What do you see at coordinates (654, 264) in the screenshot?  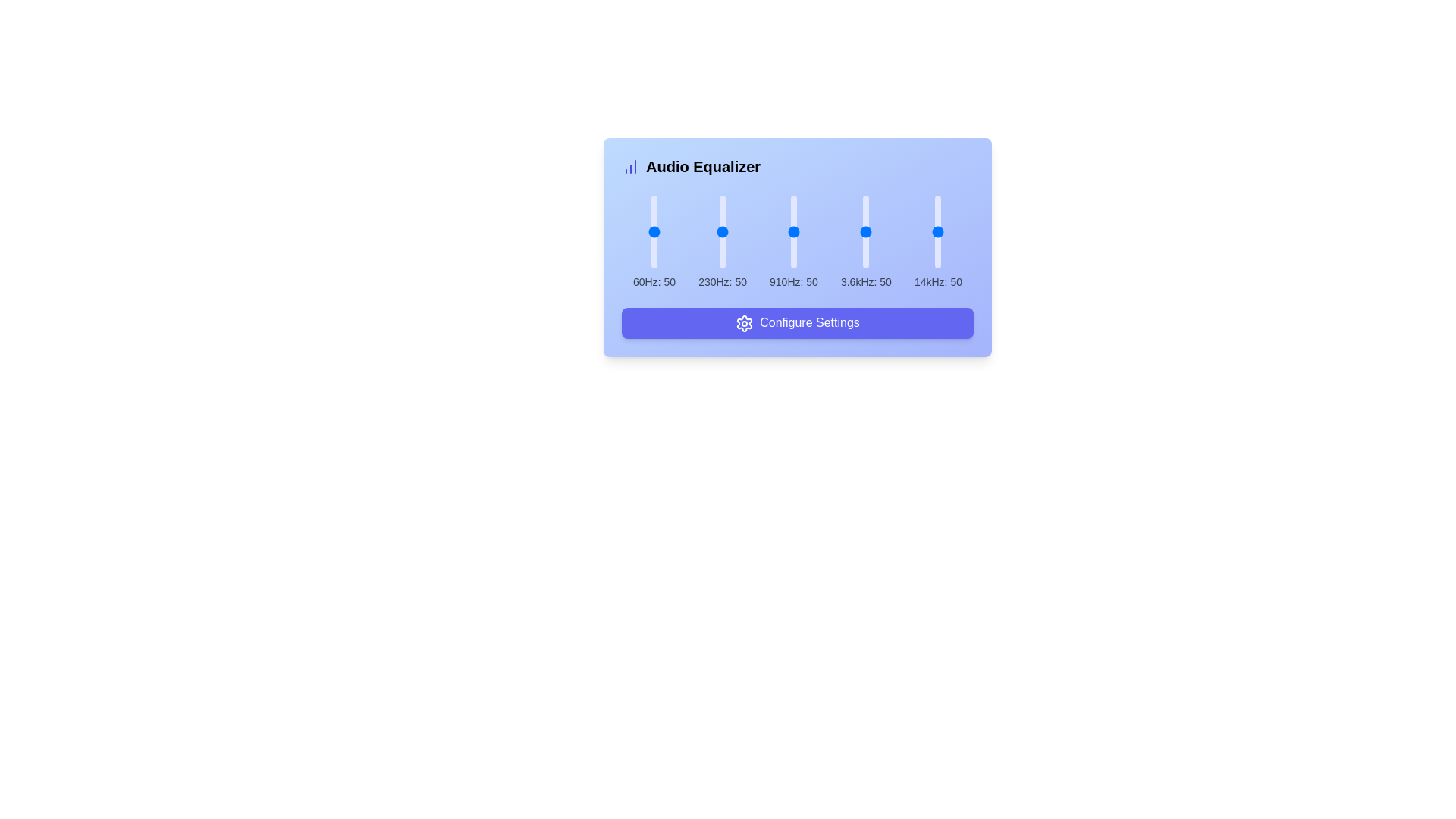 I see `the 60Hz frequency slider` at bounding box center [654, 264].